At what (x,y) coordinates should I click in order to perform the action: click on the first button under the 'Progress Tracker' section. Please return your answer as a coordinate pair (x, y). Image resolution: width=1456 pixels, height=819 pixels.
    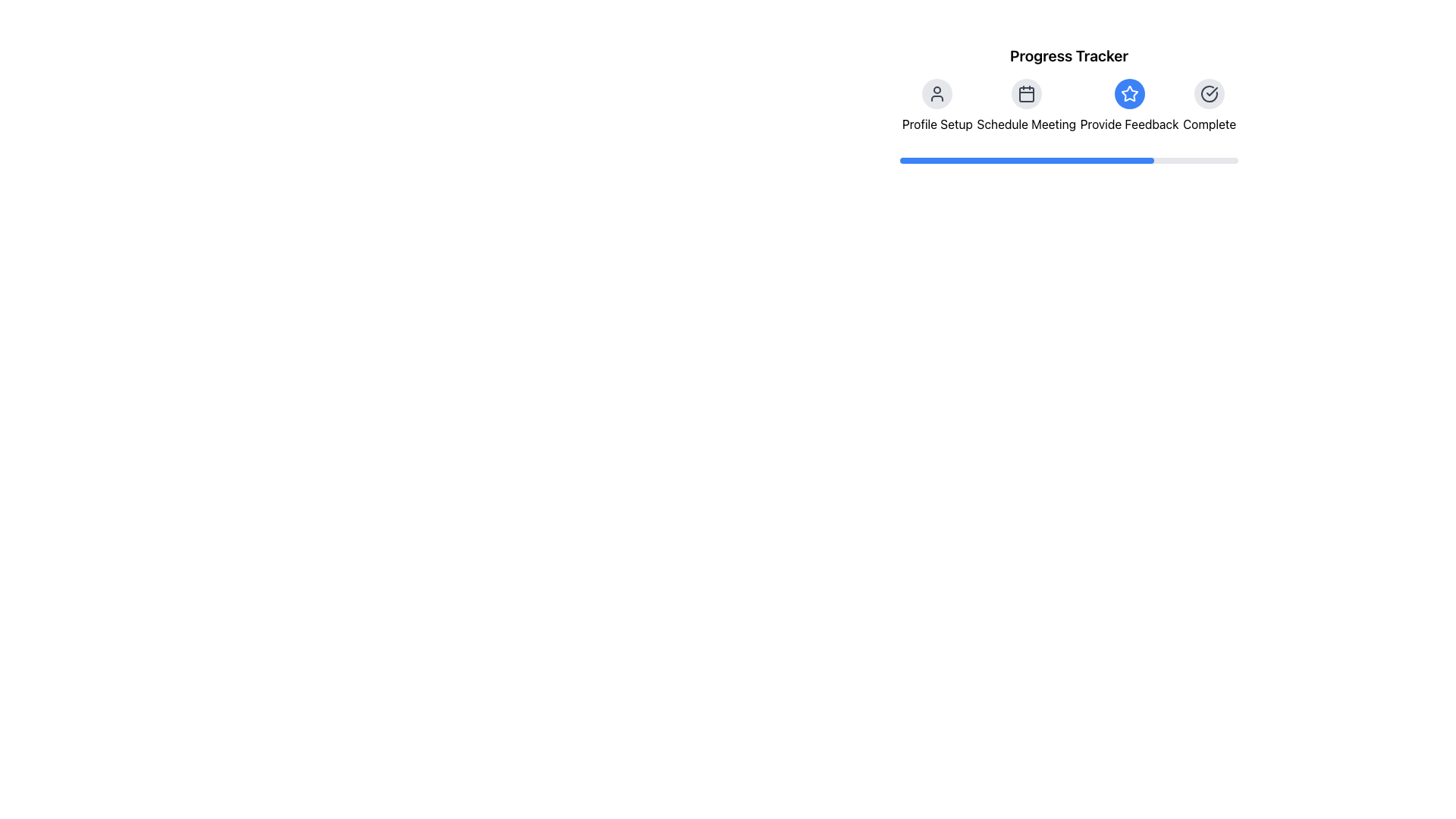
    Looking at the image, I should click on (937, 93).